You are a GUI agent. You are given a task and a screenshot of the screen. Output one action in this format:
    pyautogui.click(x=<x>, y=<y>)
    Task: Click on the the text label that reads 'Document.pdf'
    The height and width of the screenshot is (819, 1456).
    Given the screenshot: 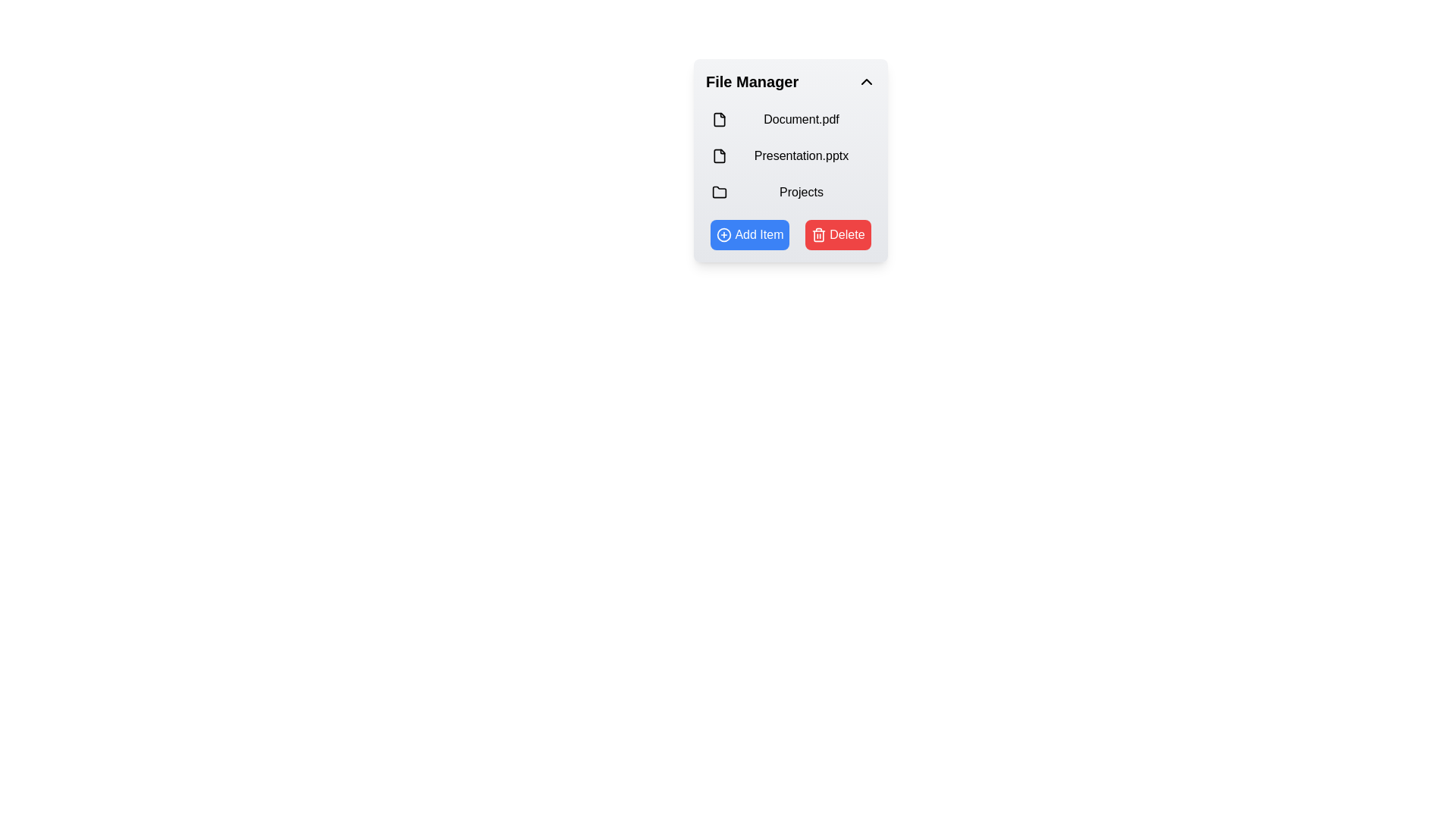 What is the action you would take?
    pyautogui.click(x=800, y=119)
    